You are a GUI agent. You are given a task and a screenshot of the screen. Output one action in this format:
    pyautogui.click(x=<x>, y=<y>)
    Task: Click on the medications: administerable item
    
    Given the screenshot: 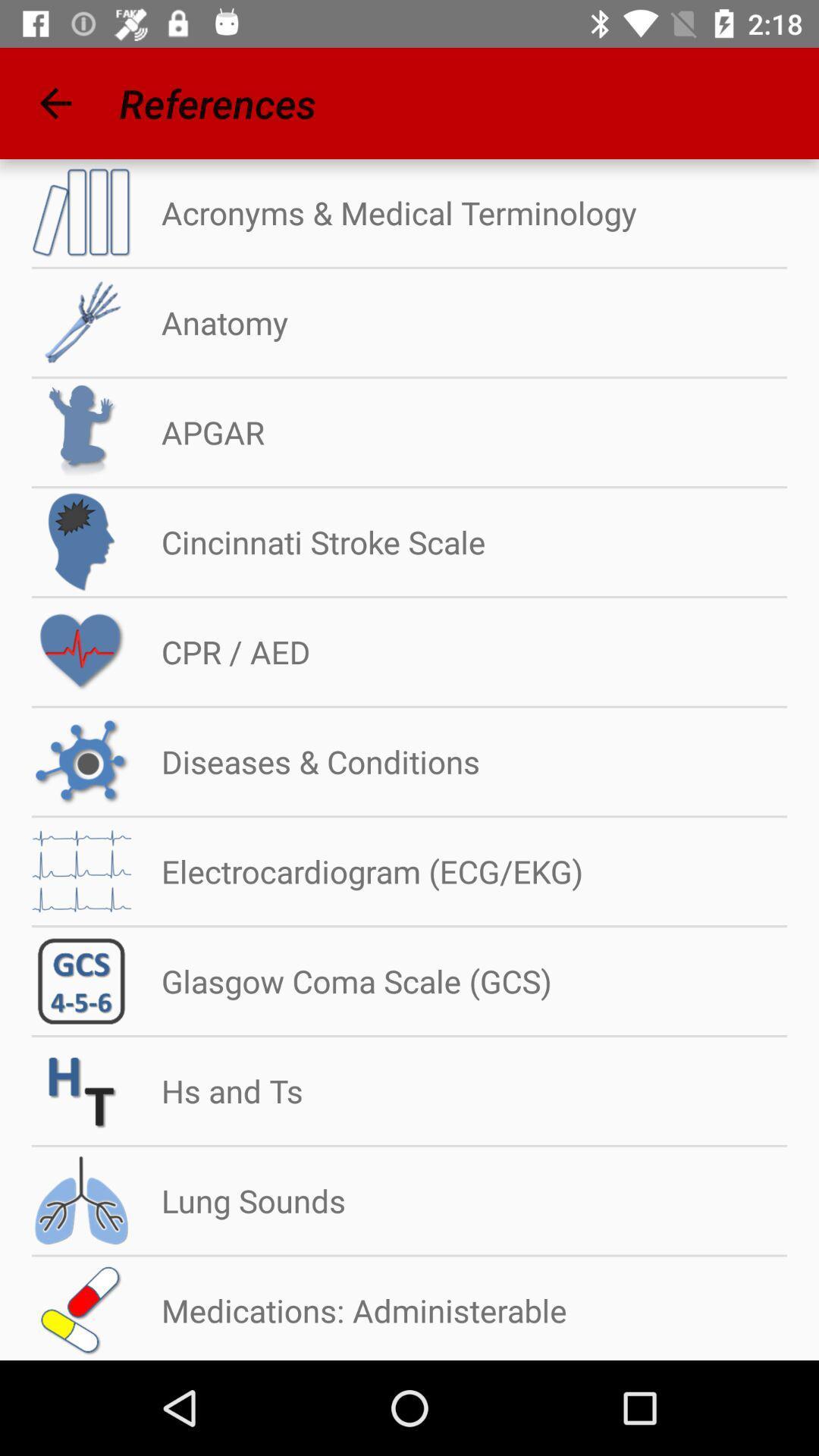 What is the action you would take?
    pyautogui.click(x=349, y=1310)
    